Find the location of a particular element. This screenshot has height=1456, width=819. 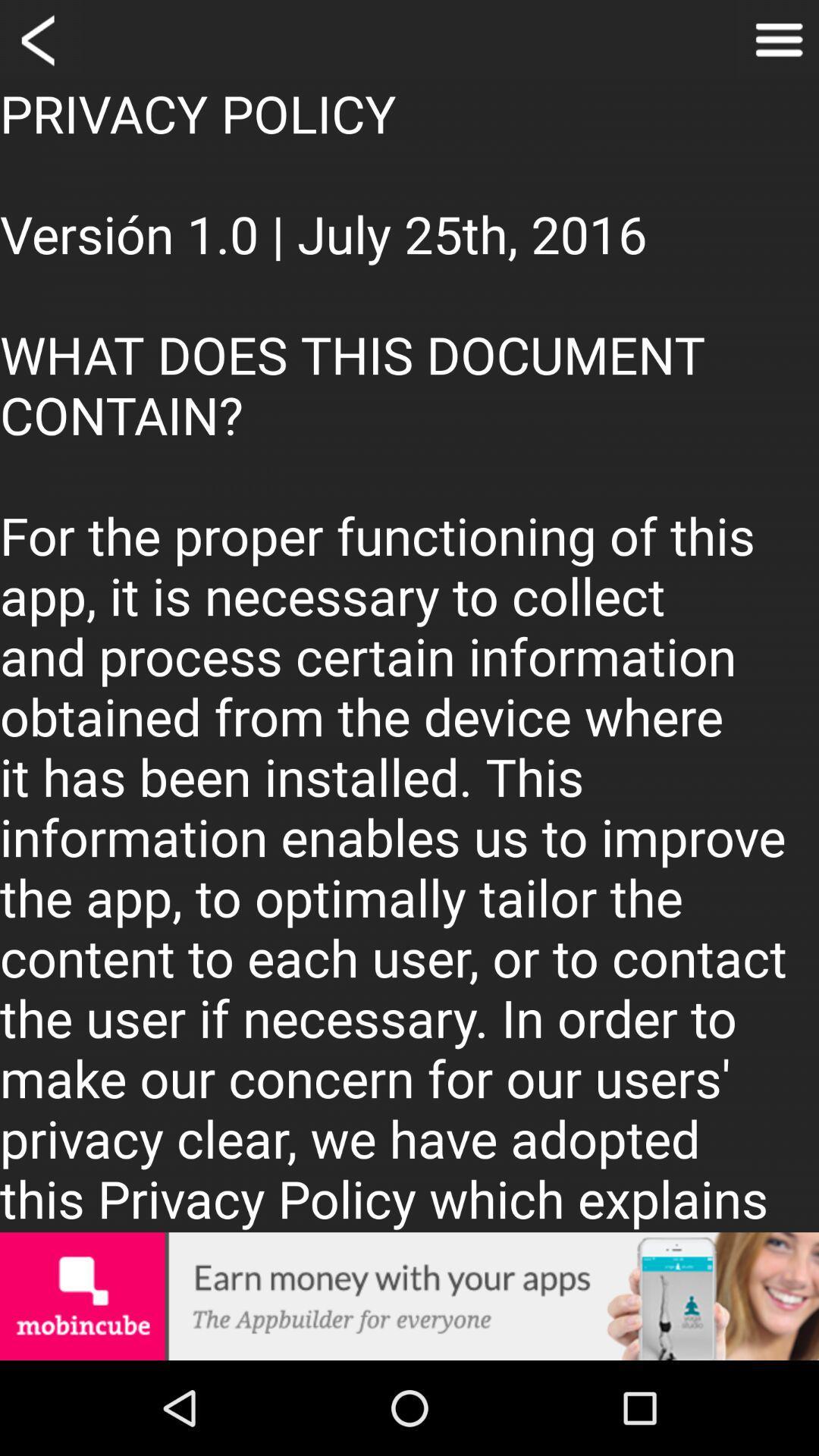

the arrow_backward icon is located at coordinates (40, 42).